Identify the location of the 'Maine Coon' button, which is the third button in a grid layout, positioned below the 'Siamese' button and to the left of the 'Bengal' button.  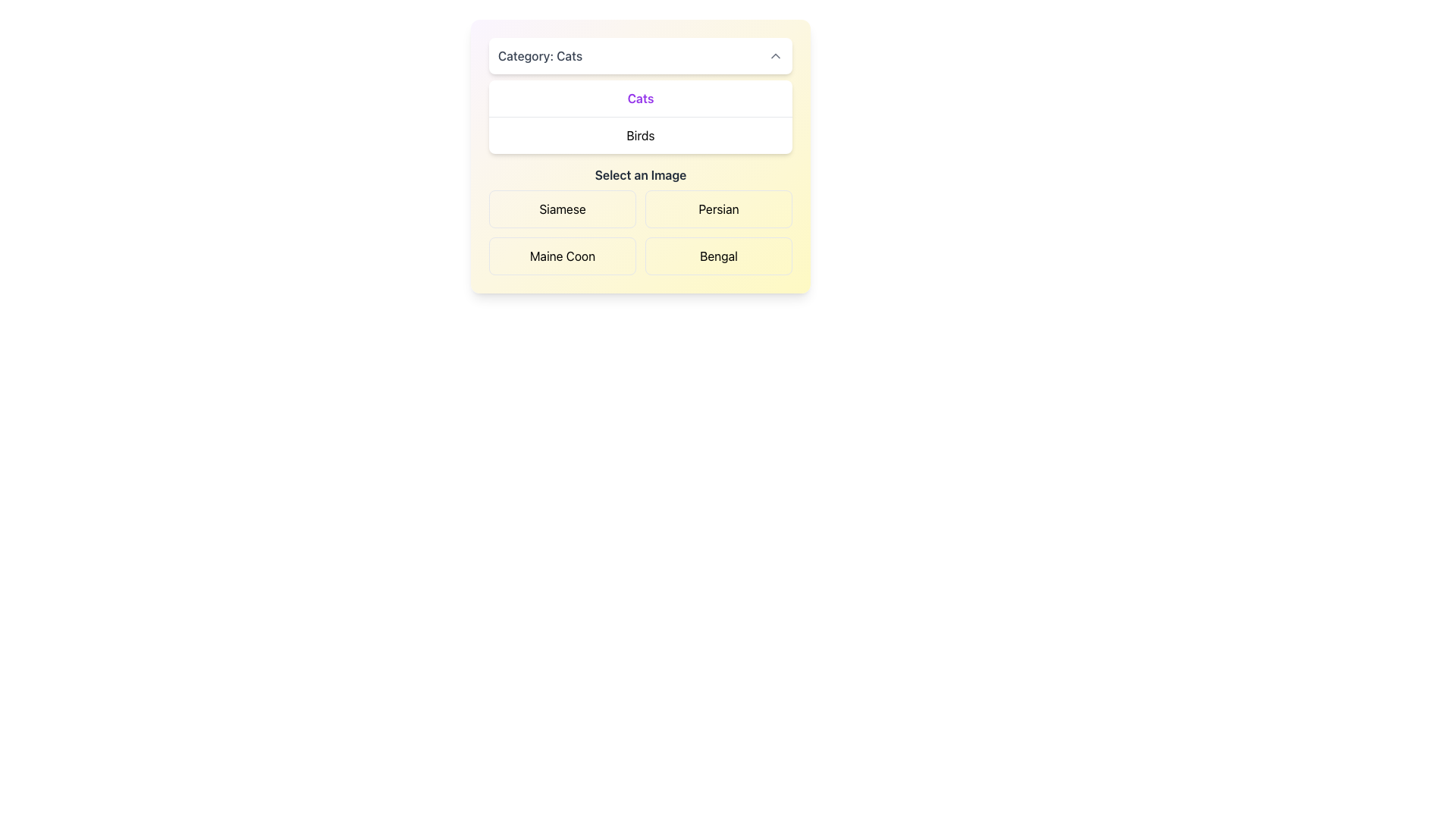
(562, 256).